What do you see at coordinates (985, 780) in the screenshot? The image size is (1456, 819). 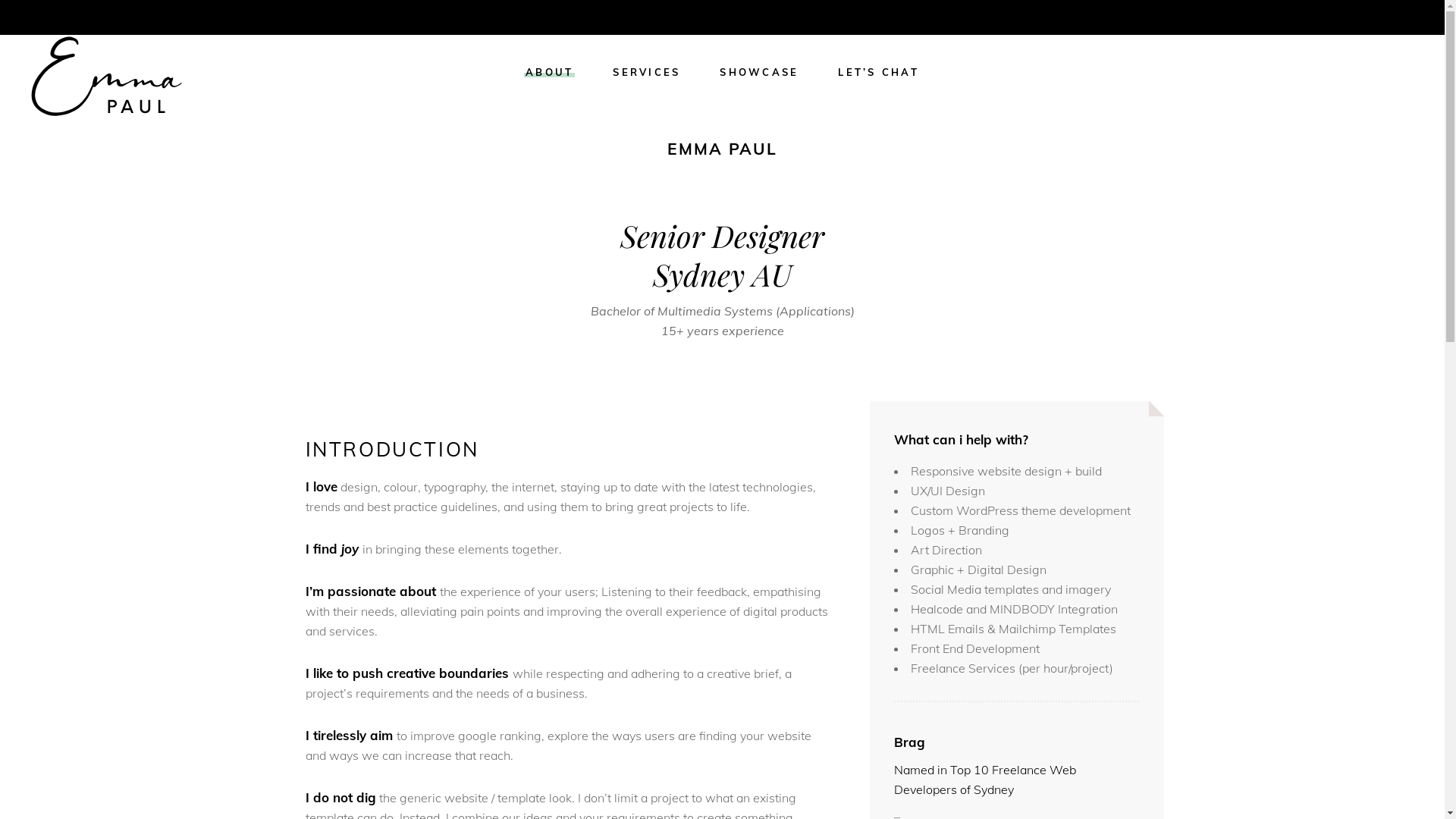 I see `'Named in Top 10 Freelance Web Developers of Sydney'` at bounding box center [985, 780].